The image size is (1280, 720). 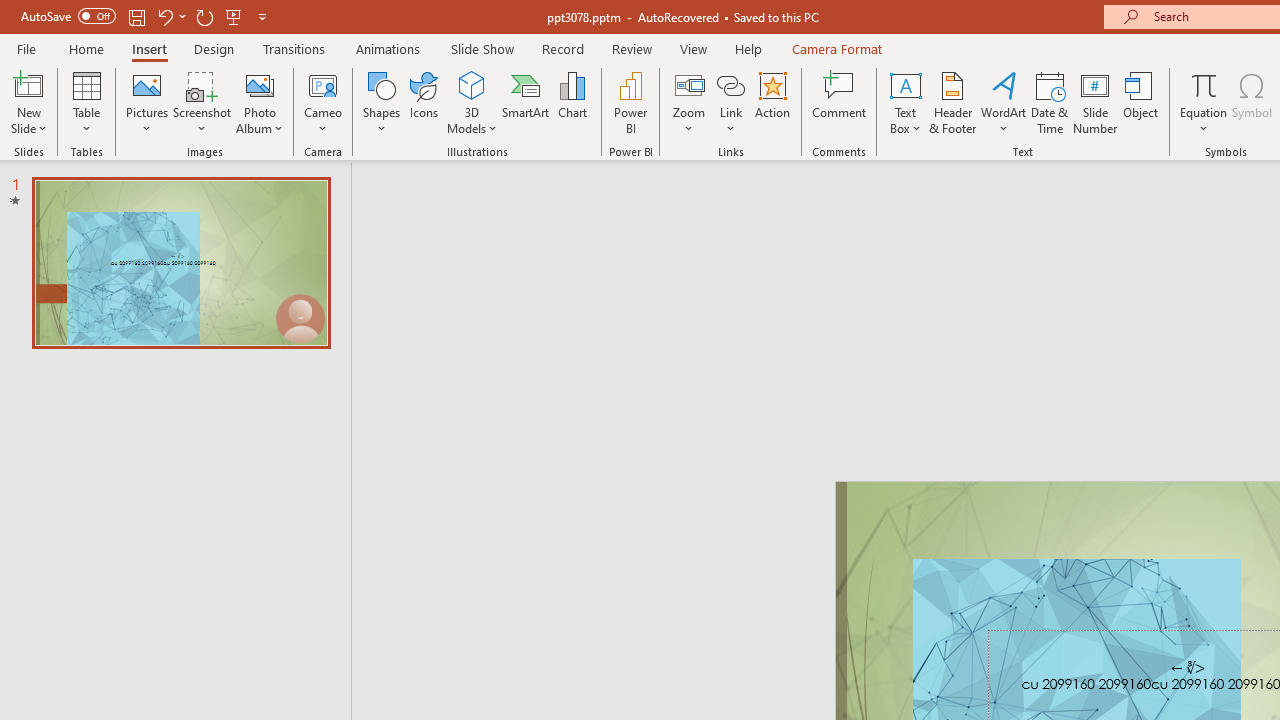 I want to click on 'Table', so click(x=86, y=103).